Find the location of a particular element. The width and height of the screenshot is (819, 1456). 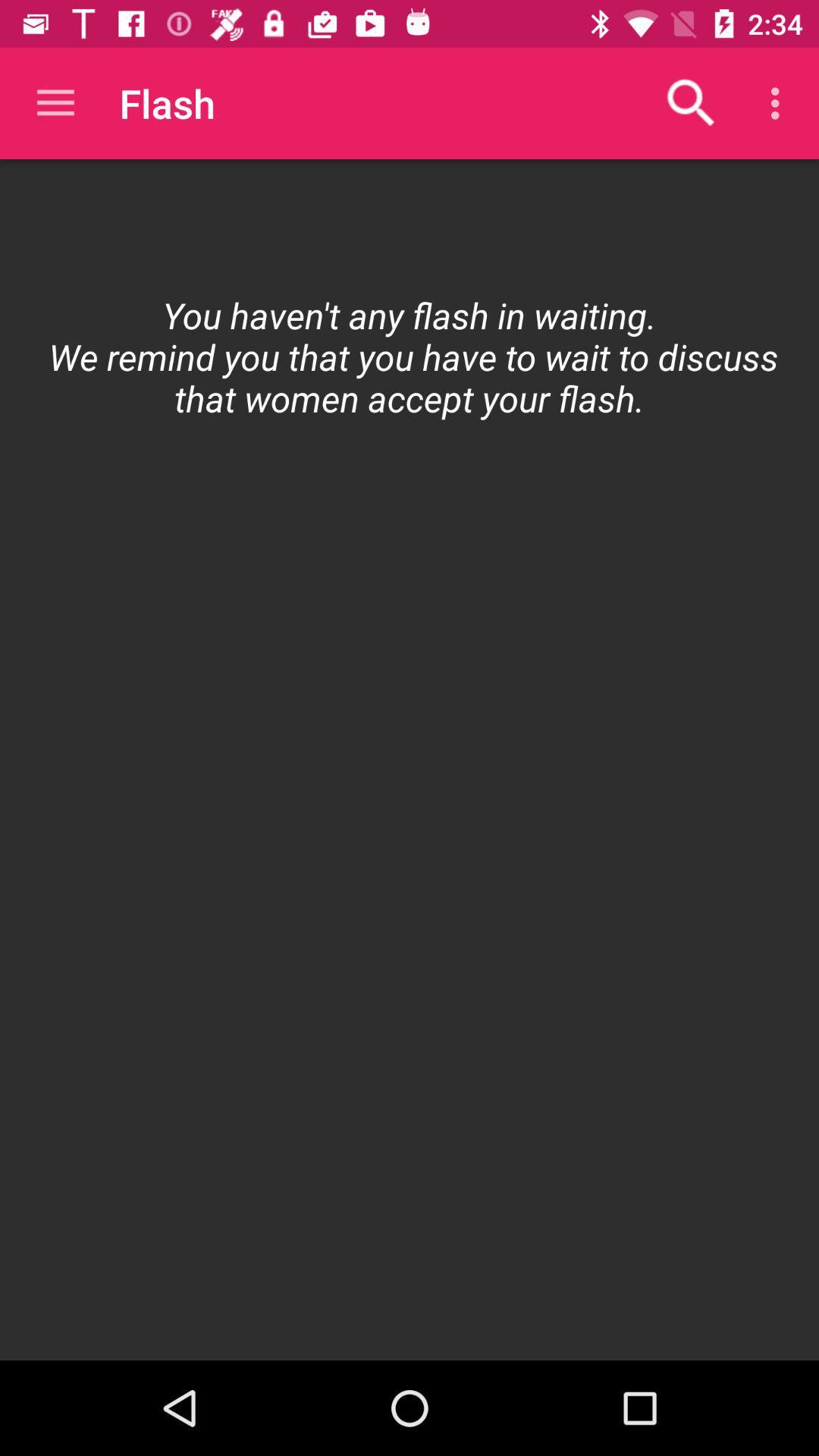

icon above the   item is located at coordinates (779, 102).